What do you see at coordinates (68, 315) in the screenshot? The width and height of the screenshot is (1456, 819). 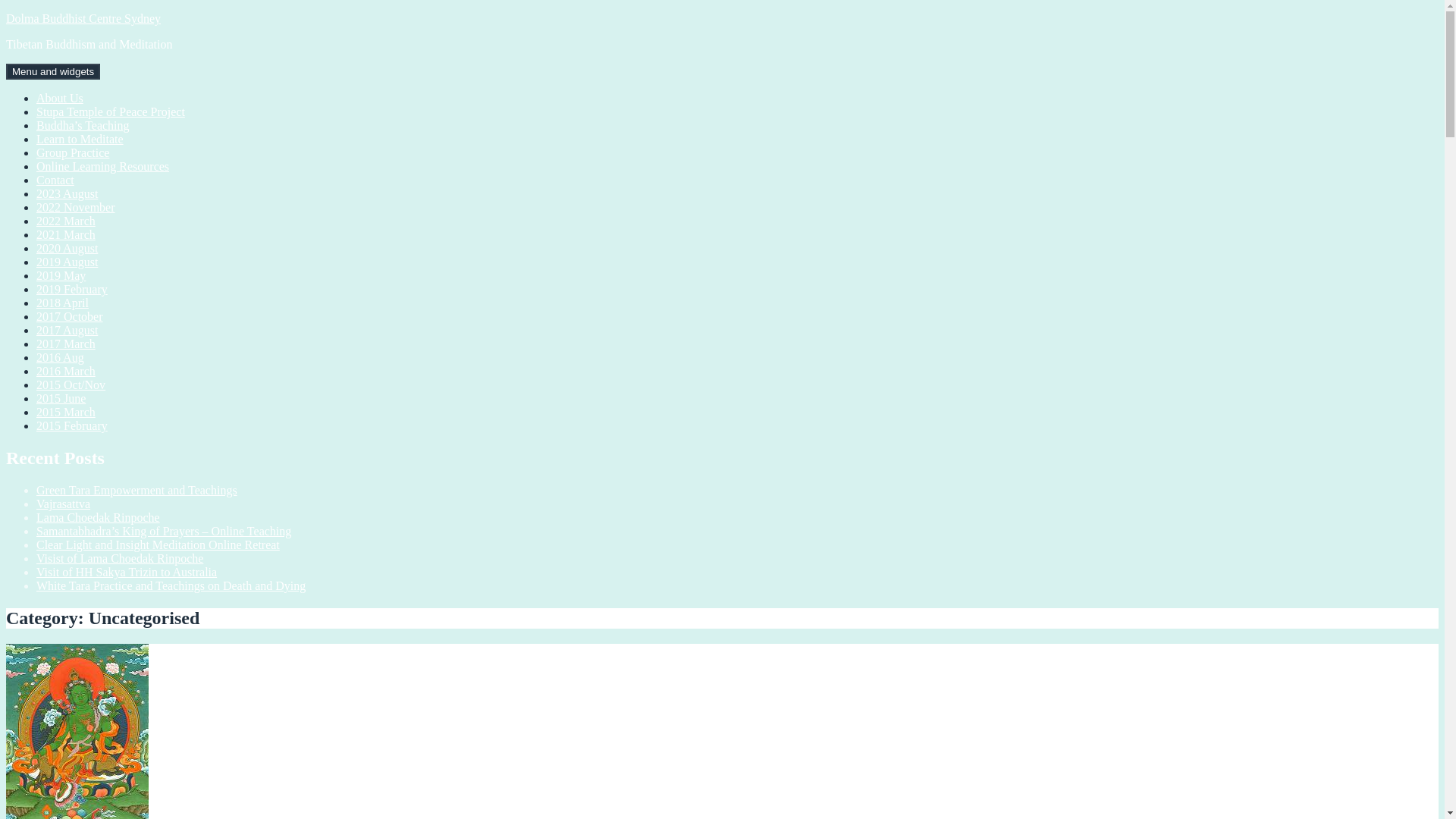 I see `'2017 October'` at bounding box center [68, 315].